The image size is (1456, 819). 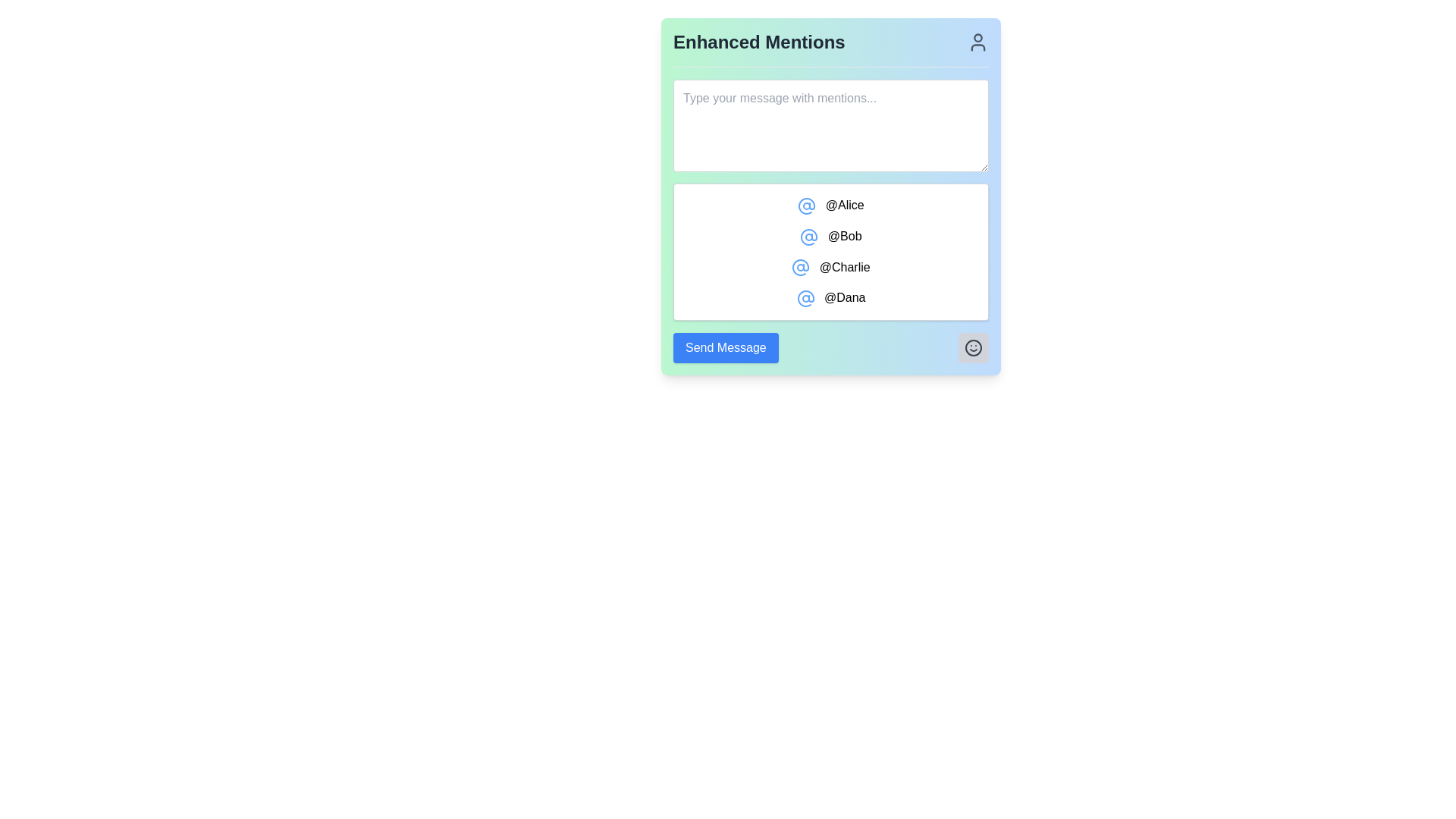 What do you see at coordinates (973, 348) in the screenshot?
I see `the interactive button located in the lower-right corner of the 'Enhanced Mentions' box, adjacent to the 'Send Message' button` at bounding box center [973, 348].